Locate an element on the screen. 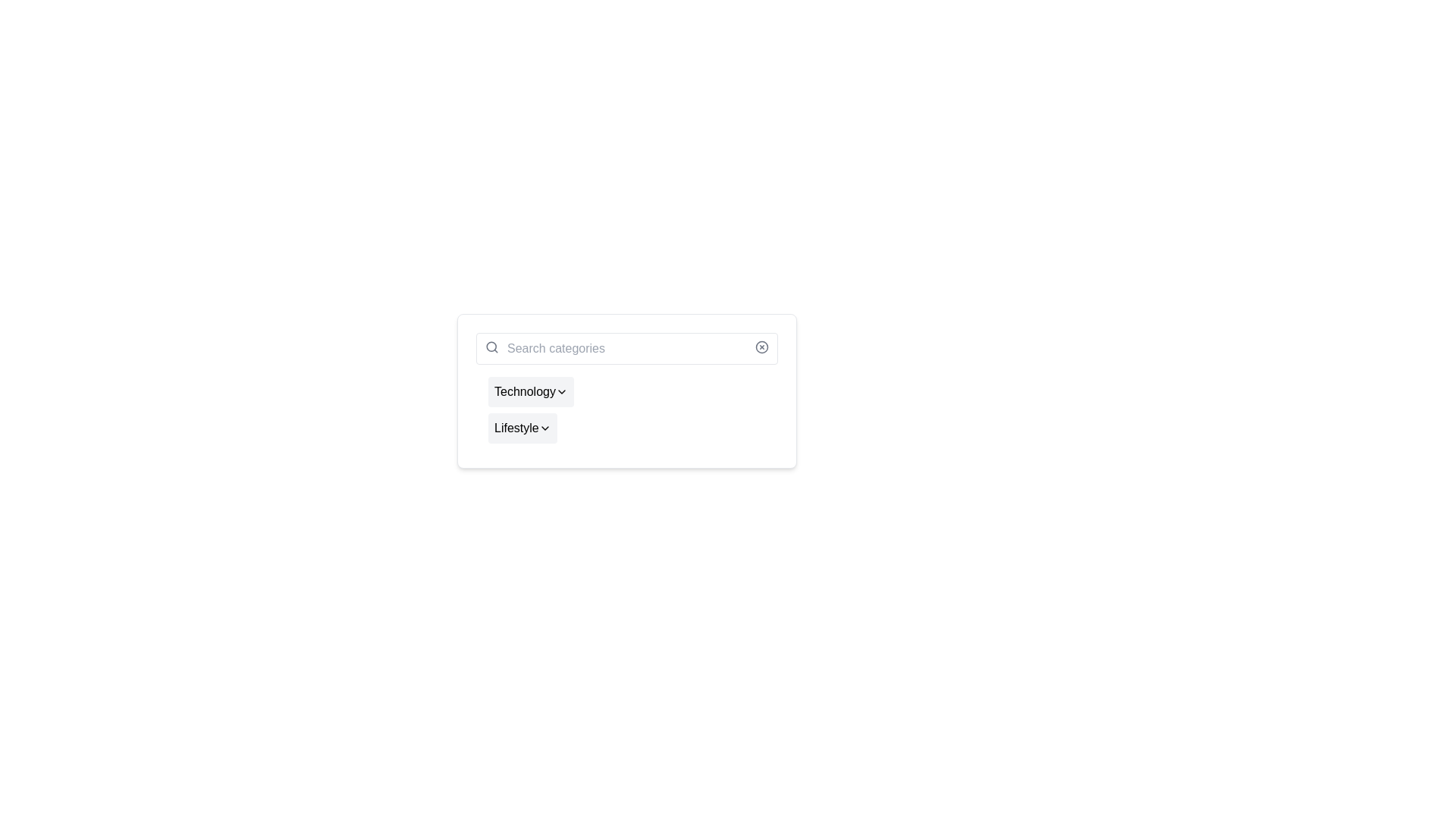 This screenshot has width=1456, height=819. the 'Lifestyle' dropdown trigger button, which features a light gray background and a downward-facing arrow icon is located at coordinates (522, 428).